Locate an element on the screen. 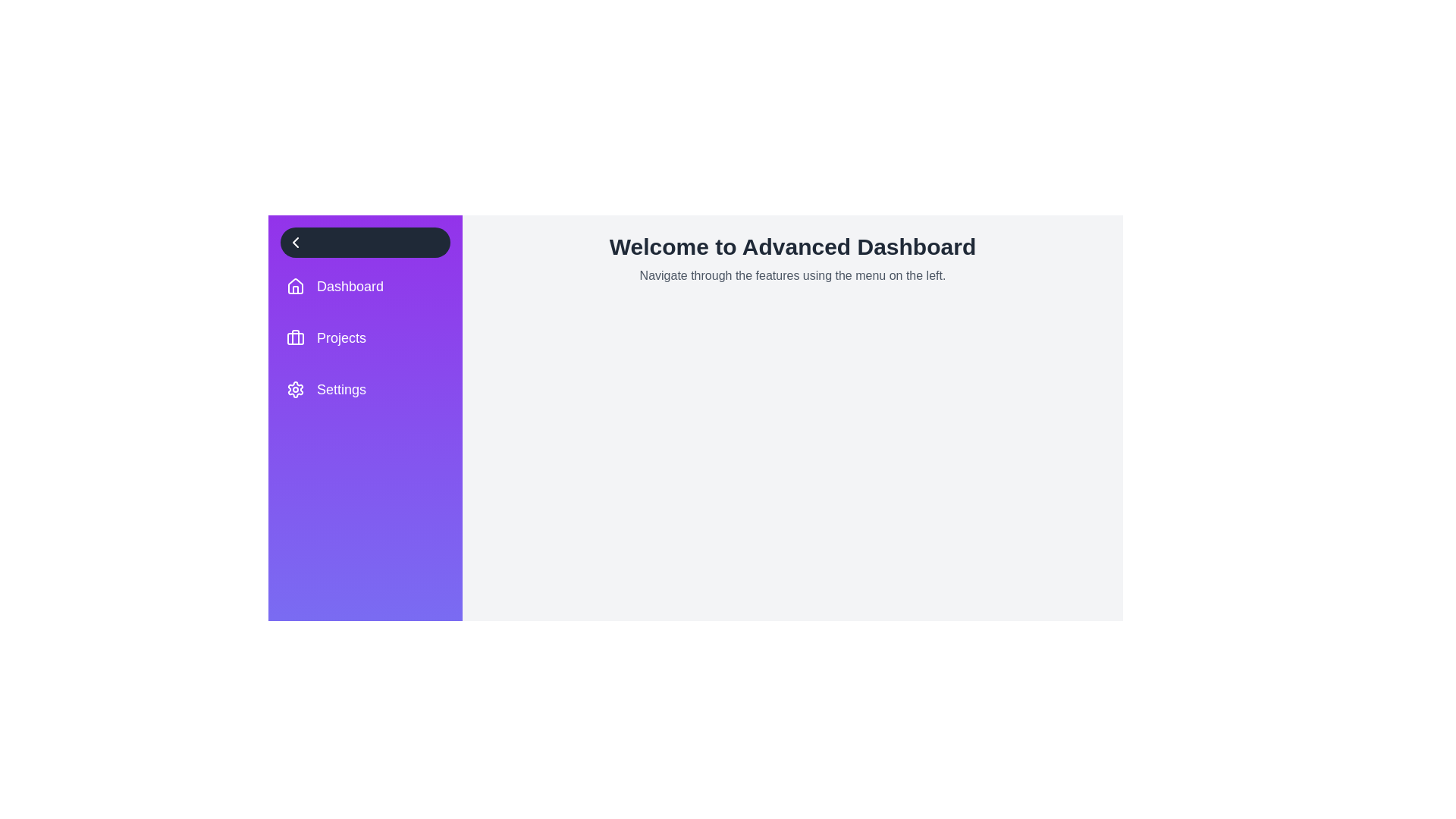  the menu item Projects from the list is located at coordinates (365, 337).